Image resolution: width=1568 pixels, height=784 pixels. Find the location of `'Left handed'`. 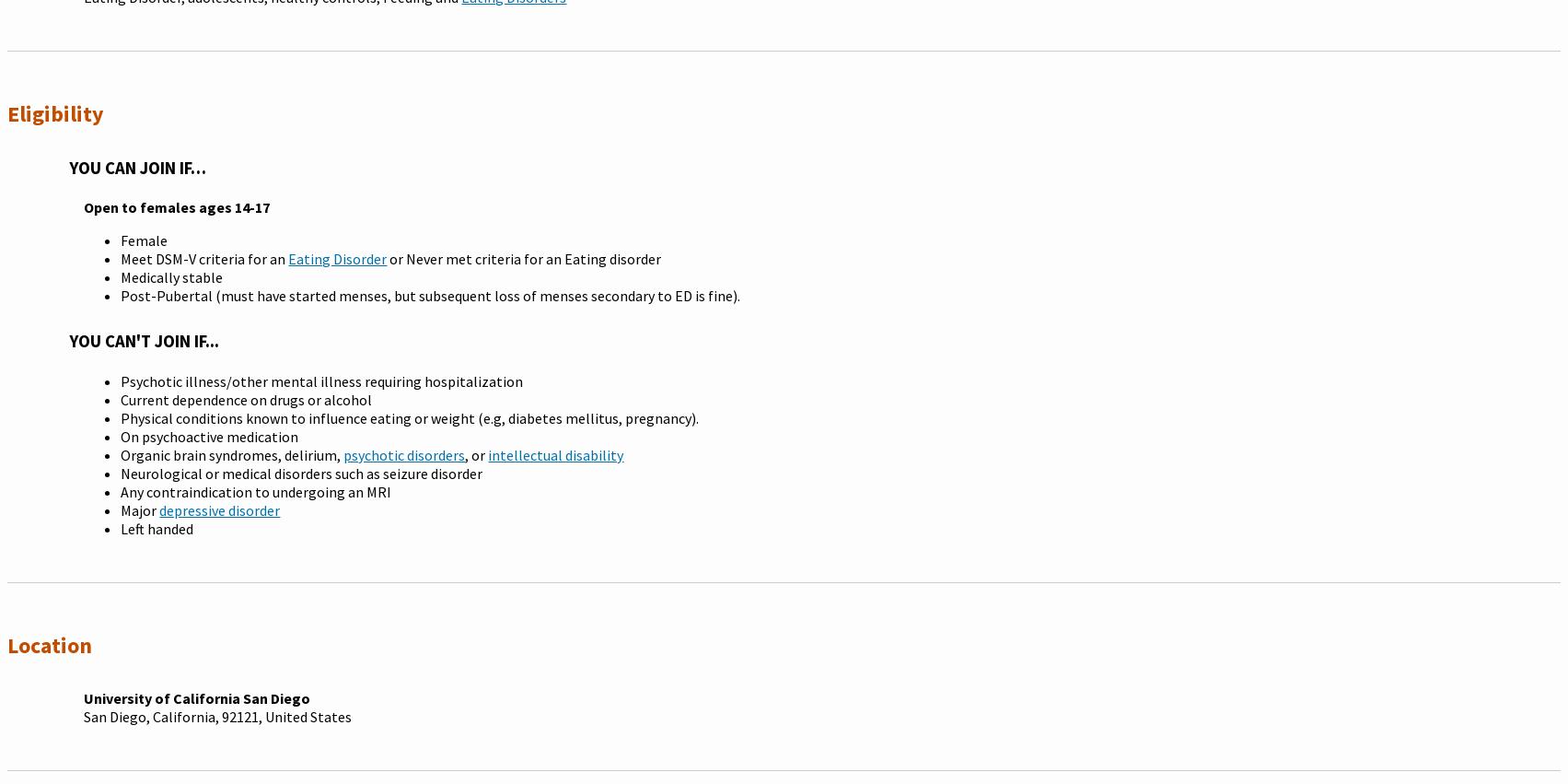

'Left handed' is located at coordinates (120, 527).